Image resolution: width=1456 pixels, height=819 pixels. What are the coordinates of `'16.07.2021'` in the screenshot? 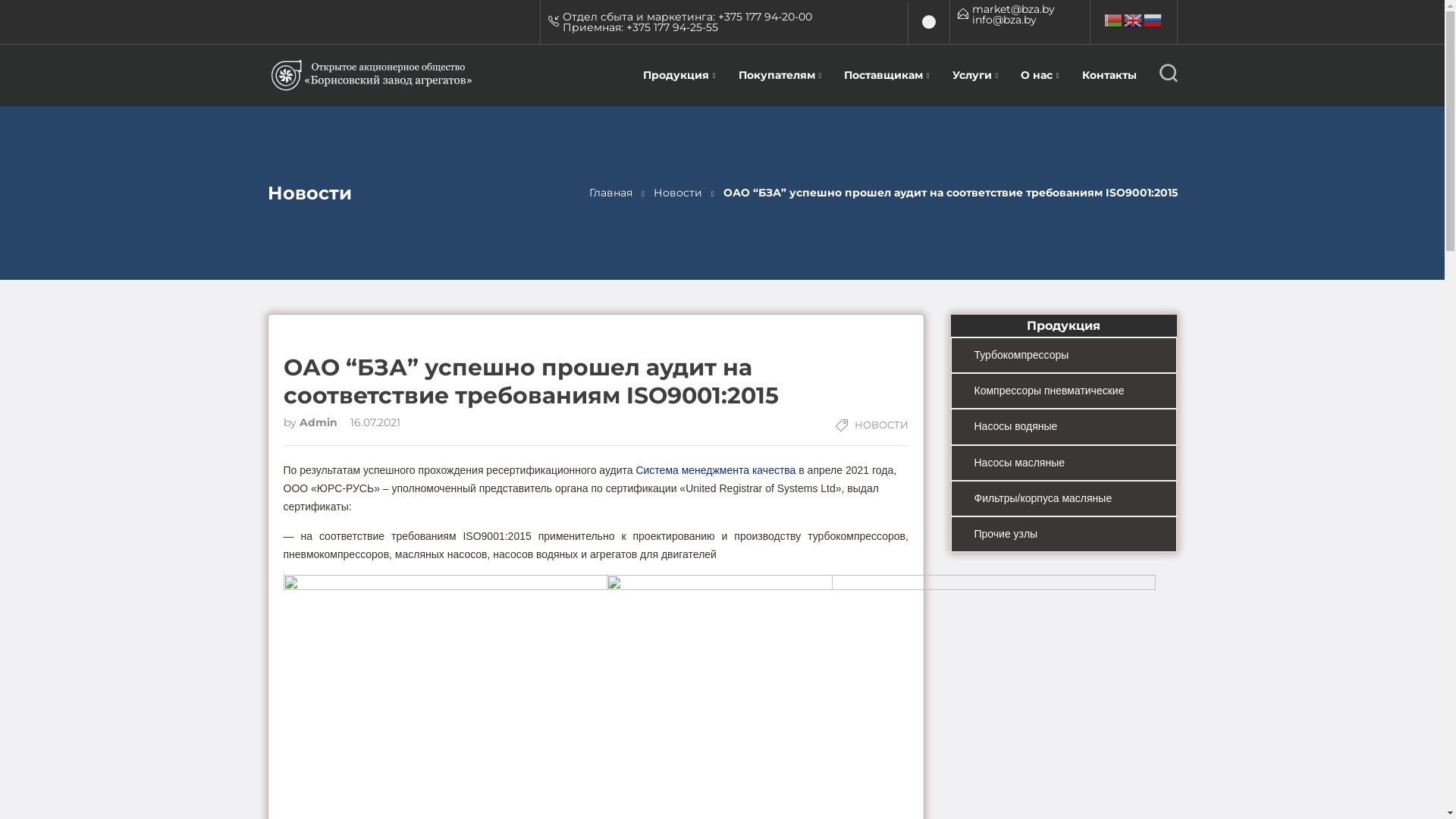 It's located at (369, 422).